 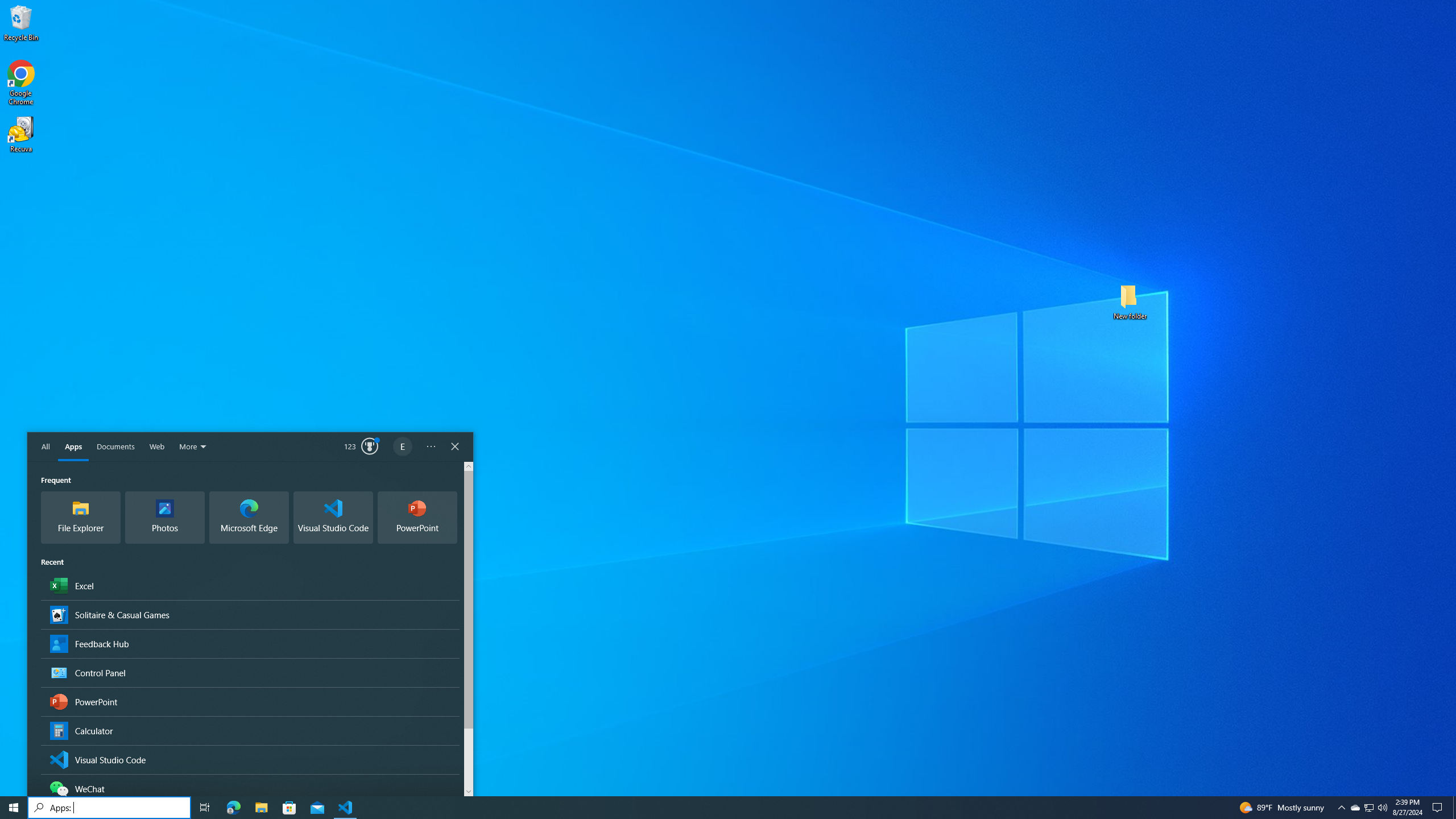 What do you see at coordinates (164, 517) in the screenshot?
I see `'Photos, App'` at bounding box center [164, 517].